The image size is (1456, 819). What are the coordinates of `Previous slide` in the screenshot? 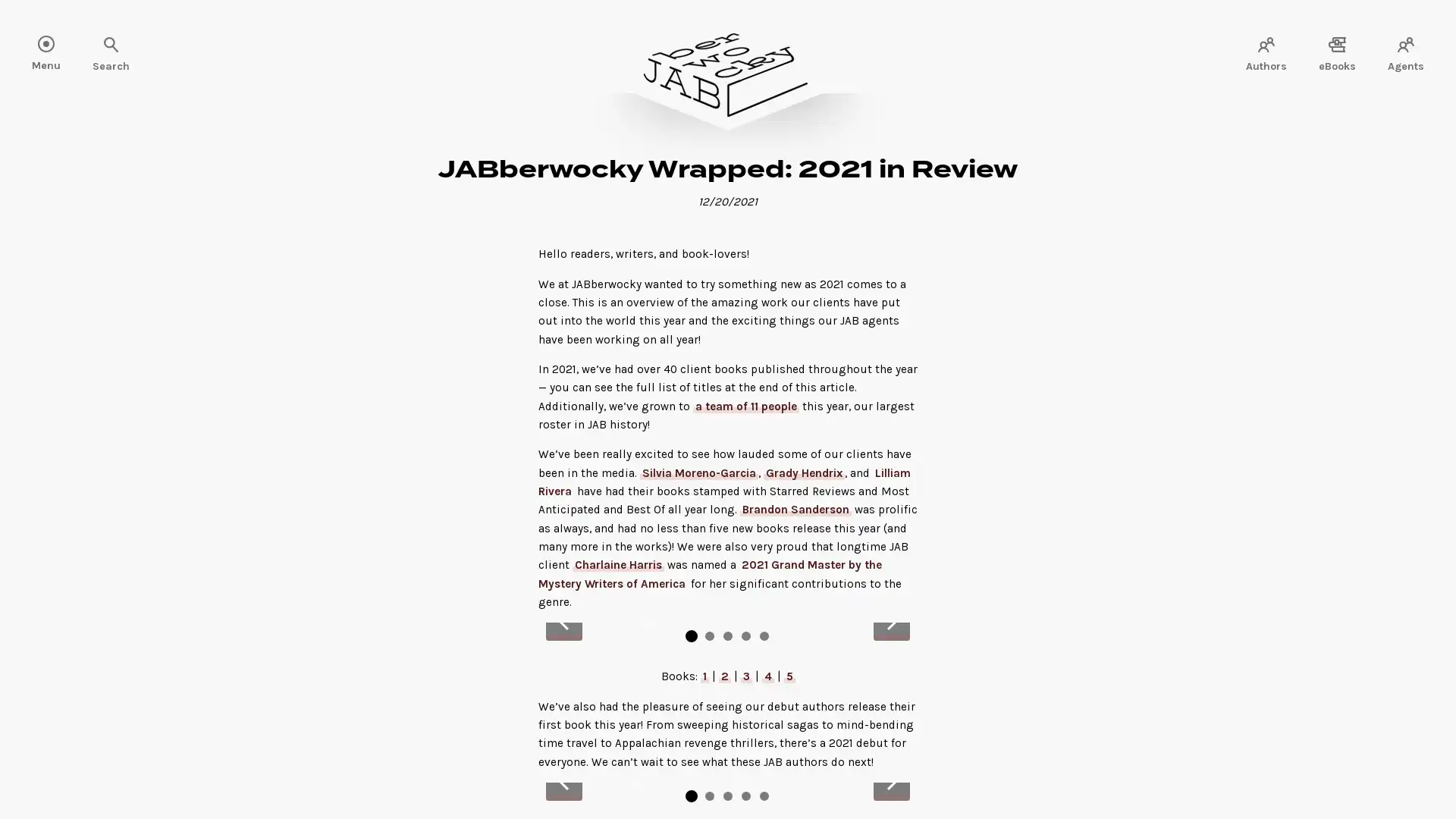 It's located at (563, 783).